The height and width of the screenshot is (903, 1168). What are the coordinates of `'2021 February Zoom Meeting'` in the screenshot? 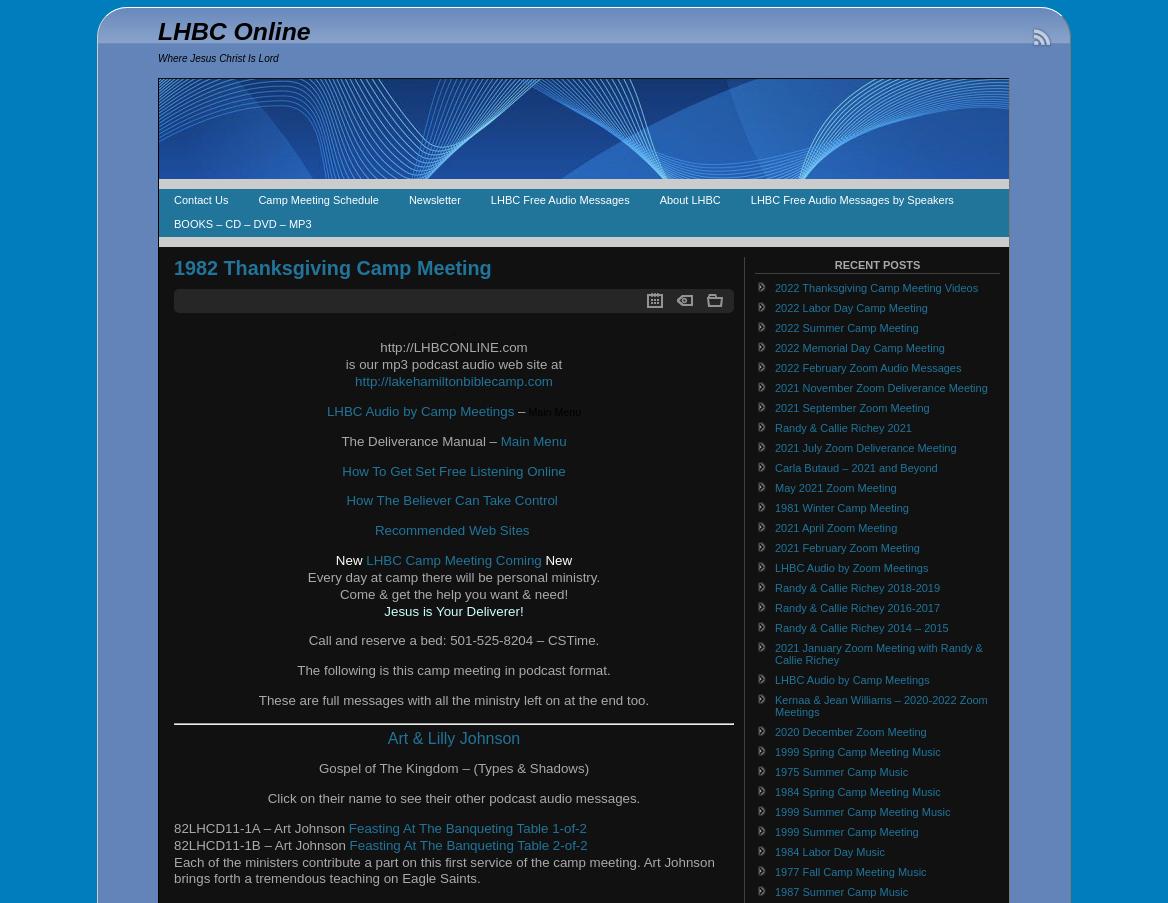 It's located at (846, 546).